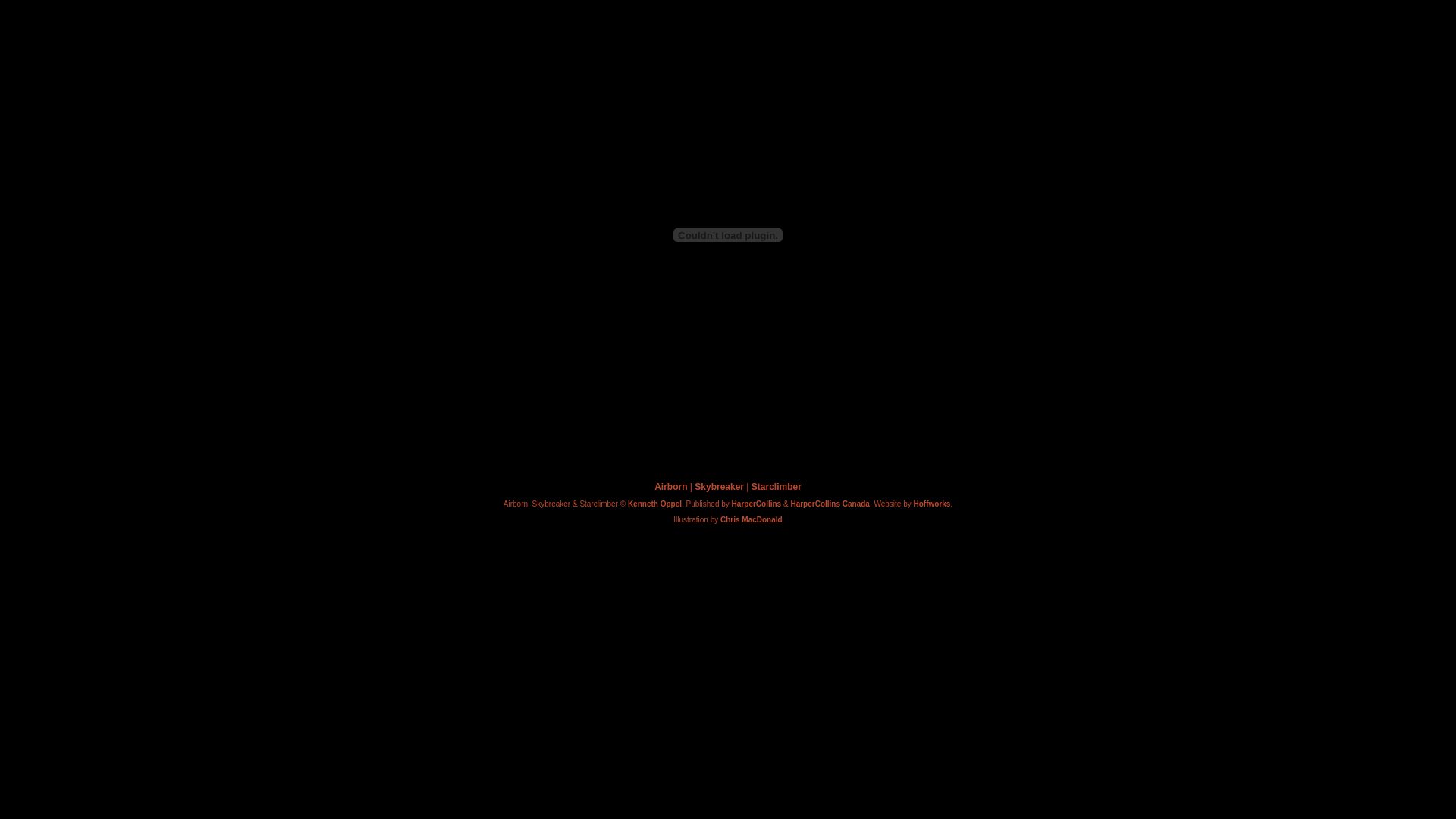 This screenshot has width=1456, height=819. Describe the element at coordinates (912, 504) in the screenshot. I see `'Hoffworks'` at that location.